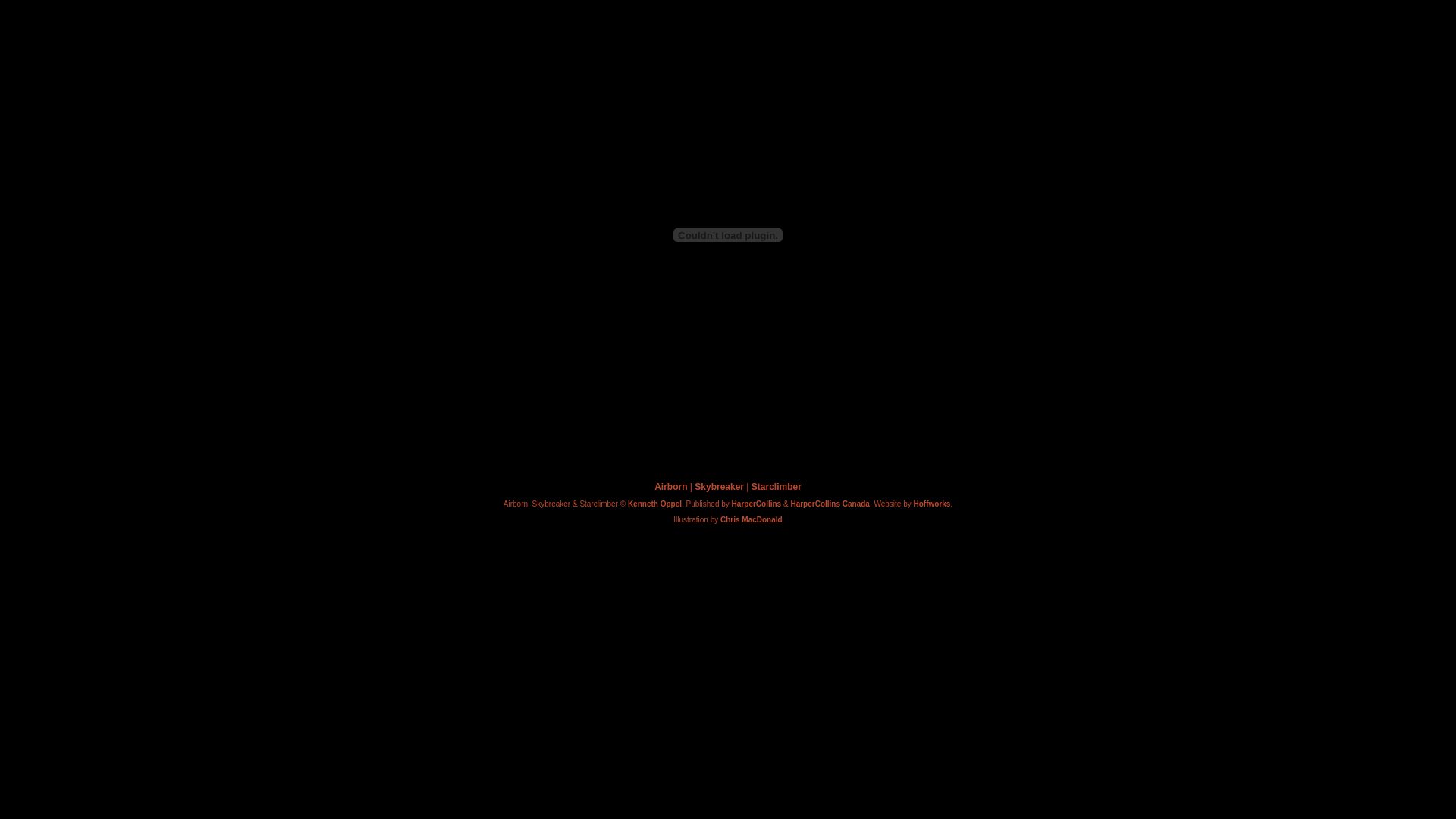 This screenshot has width=1456, height=819. Describe the element at coordinates (912, 504) in the screenshot. I see `'Hoffworks'` at that location.